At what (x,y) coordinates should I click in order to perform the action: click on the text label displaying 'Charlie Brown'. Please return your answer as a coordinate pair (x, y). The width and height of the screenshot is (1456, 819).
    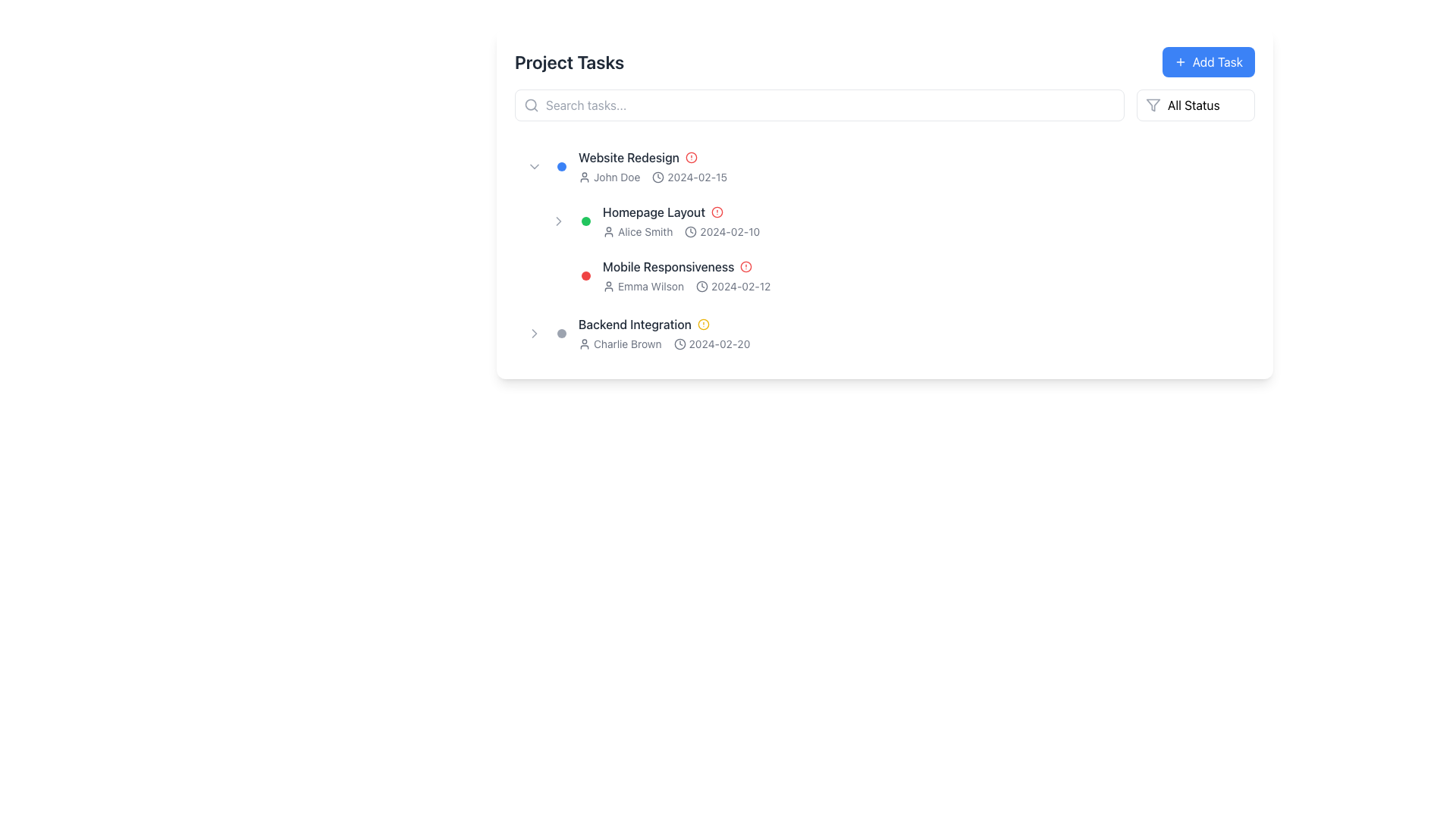
    Looking at the image, I should click on (627, 344).